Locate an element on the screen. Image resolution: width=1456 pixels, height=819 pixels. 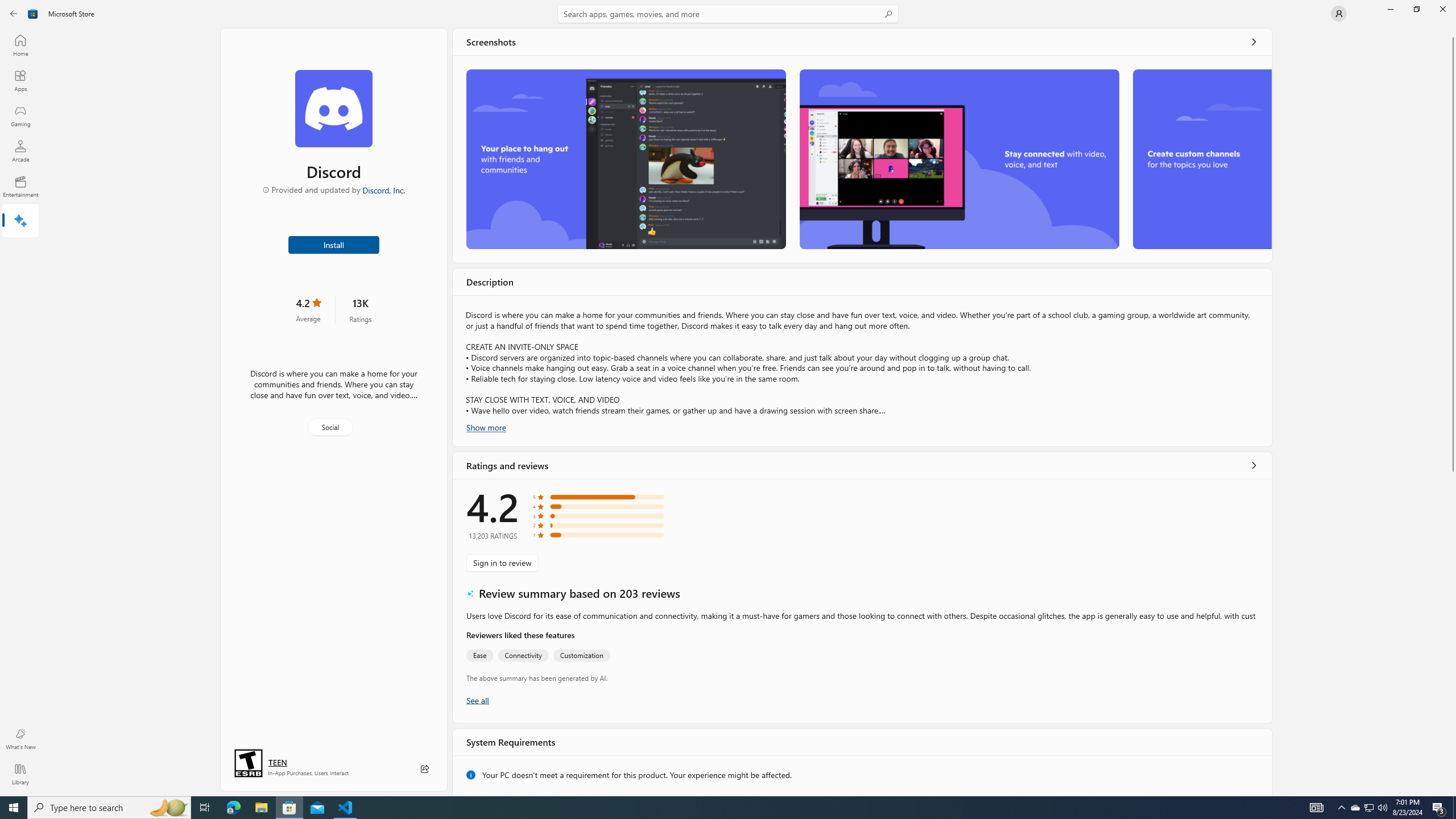
'Search' is located at coordinates (728, 13).